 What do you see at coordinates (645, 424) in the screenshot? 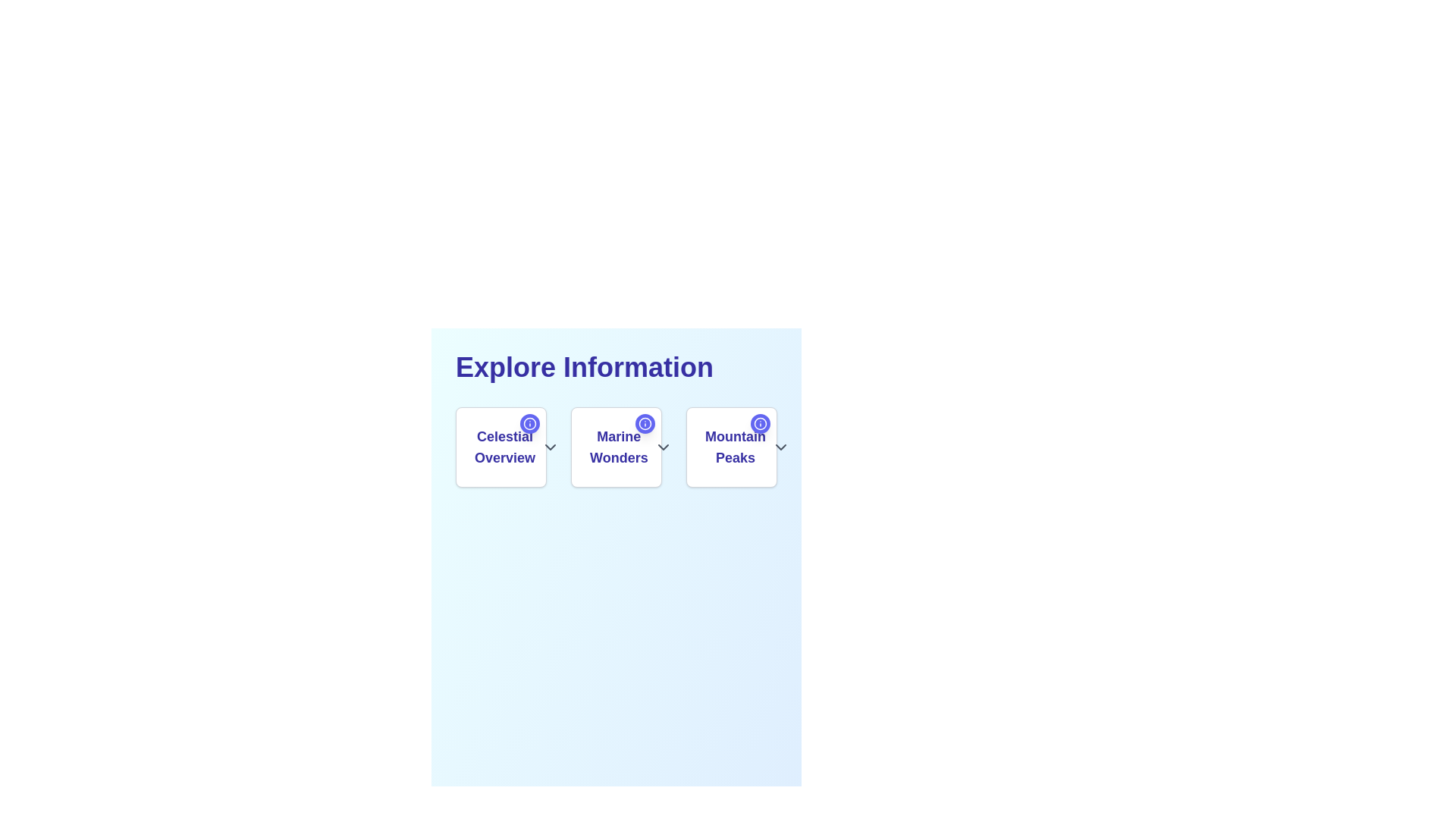
I see `the Information icon tooltip, which is a circular icon with a rich purple background and a white border, located at the top-right corner inside the 'Marine Wonders' card` at bounding box center [645, 424].